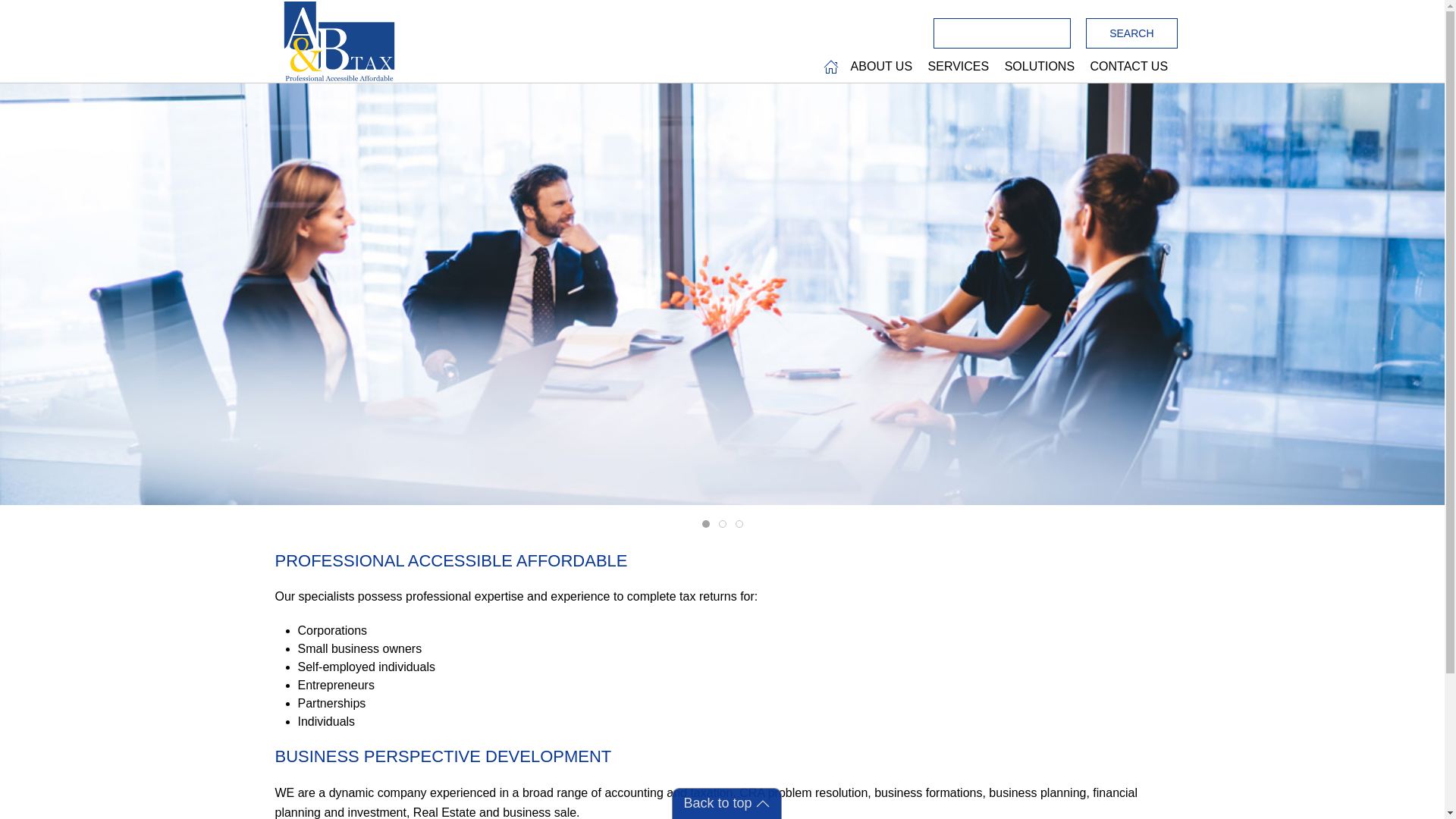 This screenshot has width=1456, height=819. What do you see at coordinates (959, 66) in the screenshot?
I see `'SERVICES '` at bounding box center [959, 66].